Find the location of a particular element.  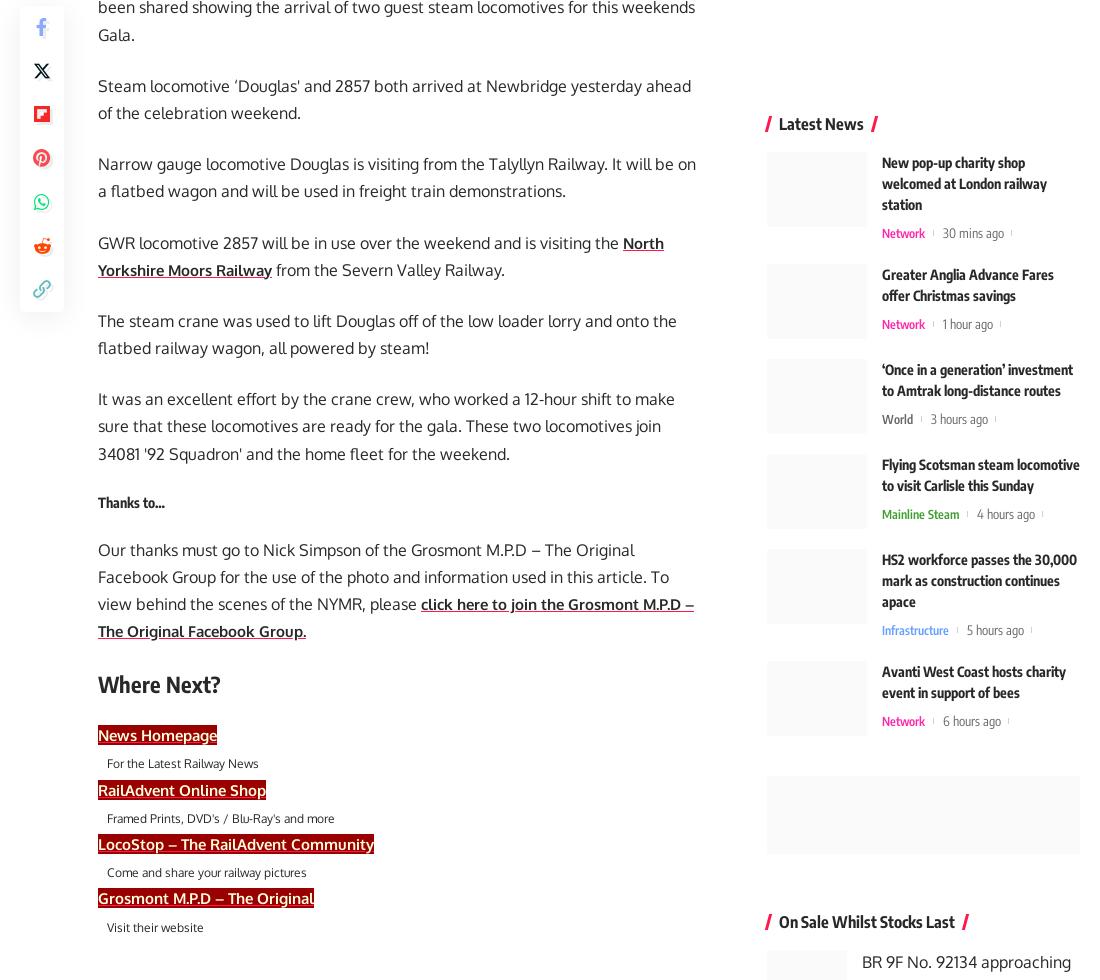

'On Sale Whilst Stocks Last' is located at coordinates (778, 916).